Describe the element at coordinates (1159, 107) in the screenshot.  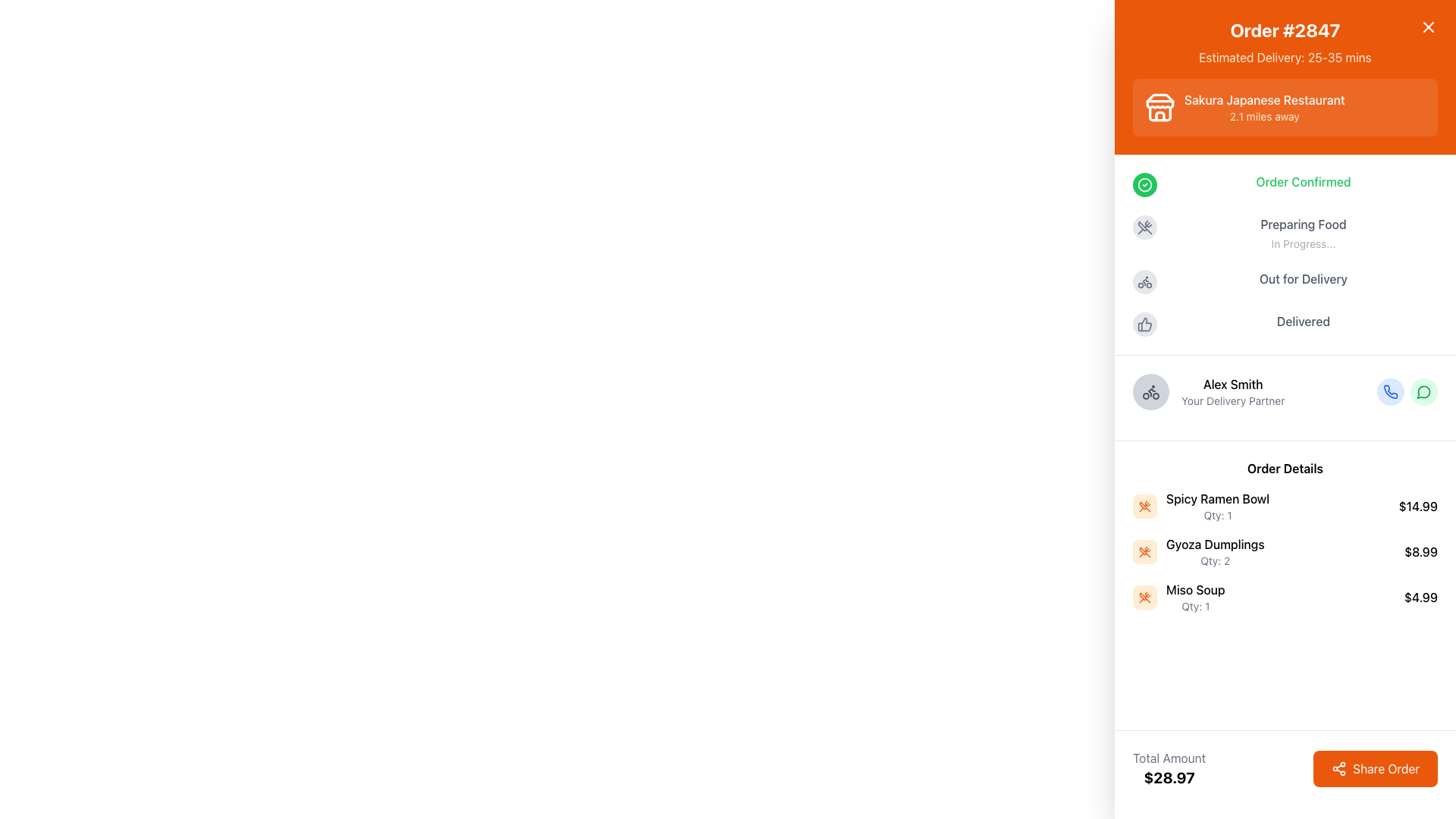
I see `restaurant icon located in the upper part of the sidebar, left of the text 'Sakura Japanese Restaurant' which indicates a distance of '2.1 miles away'` at that location.